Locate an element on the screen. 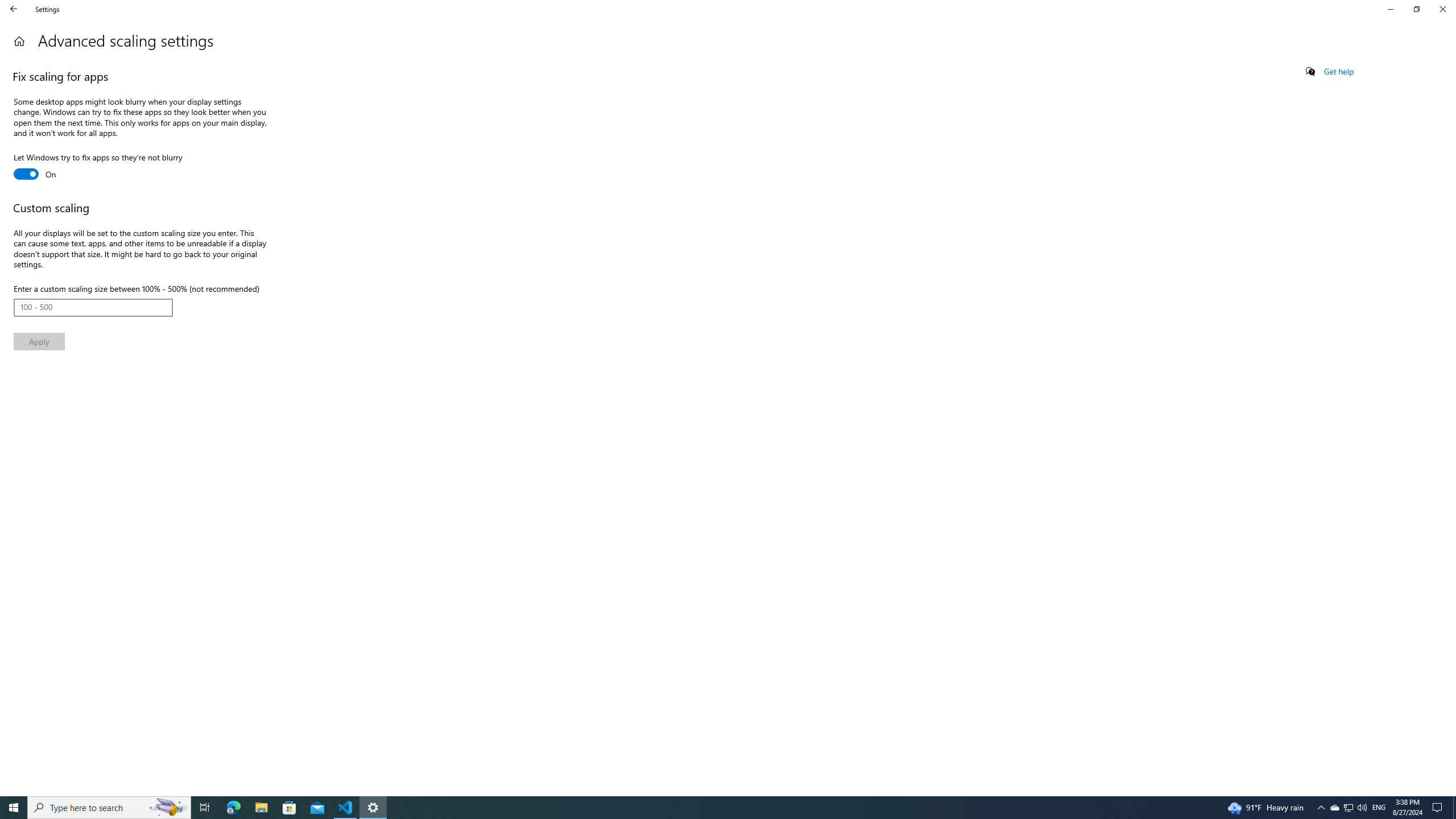  'Microsoft Store' is located at coordinates (289, 806).